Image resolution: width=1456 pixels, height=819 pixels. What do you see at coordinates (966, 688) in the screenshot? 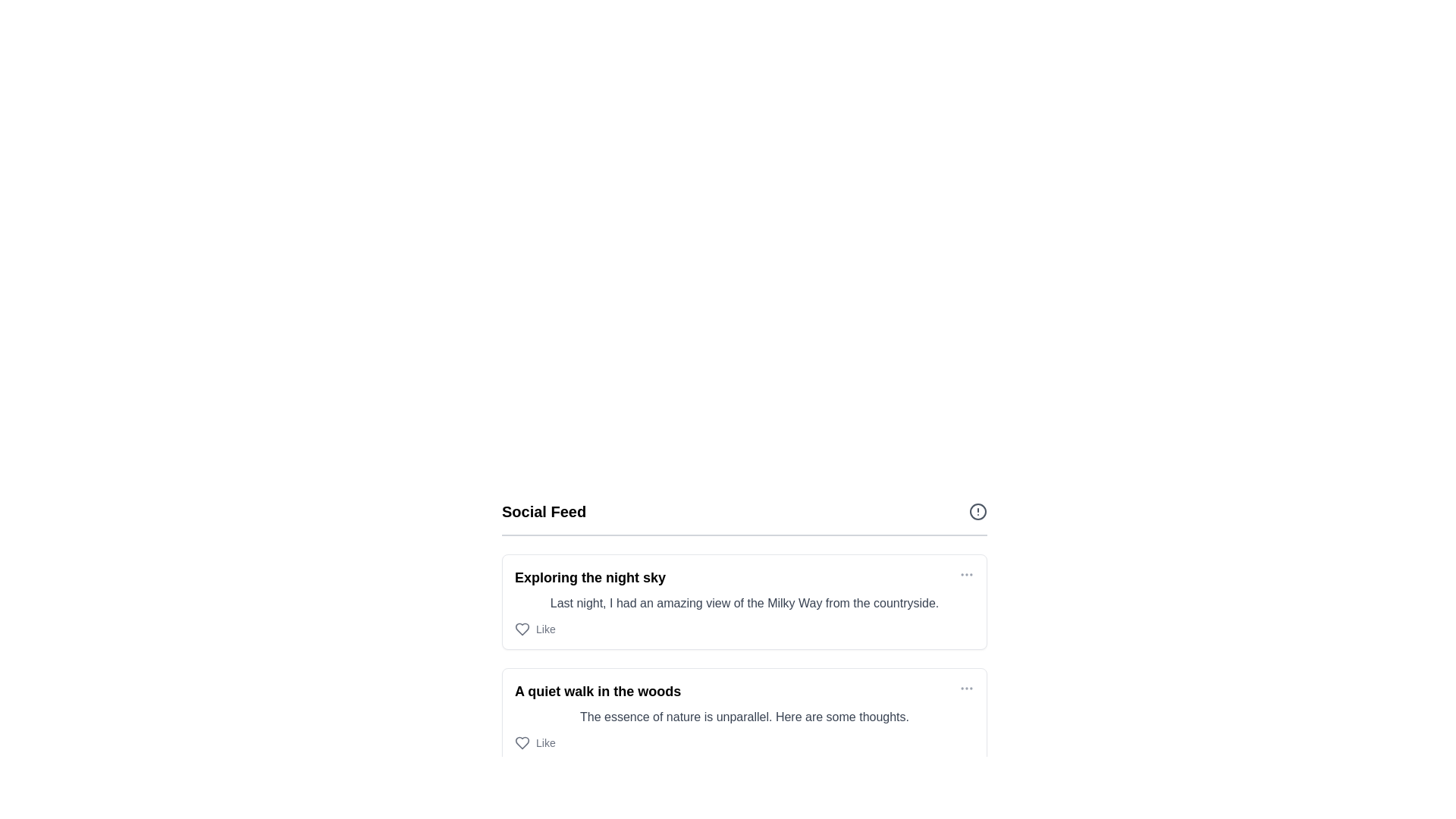
I see `the vertical ellipsis icon button, which is styled in gray and located to the right of the title 'A quiet walk in the woods'` at bounding box center [966, 688].